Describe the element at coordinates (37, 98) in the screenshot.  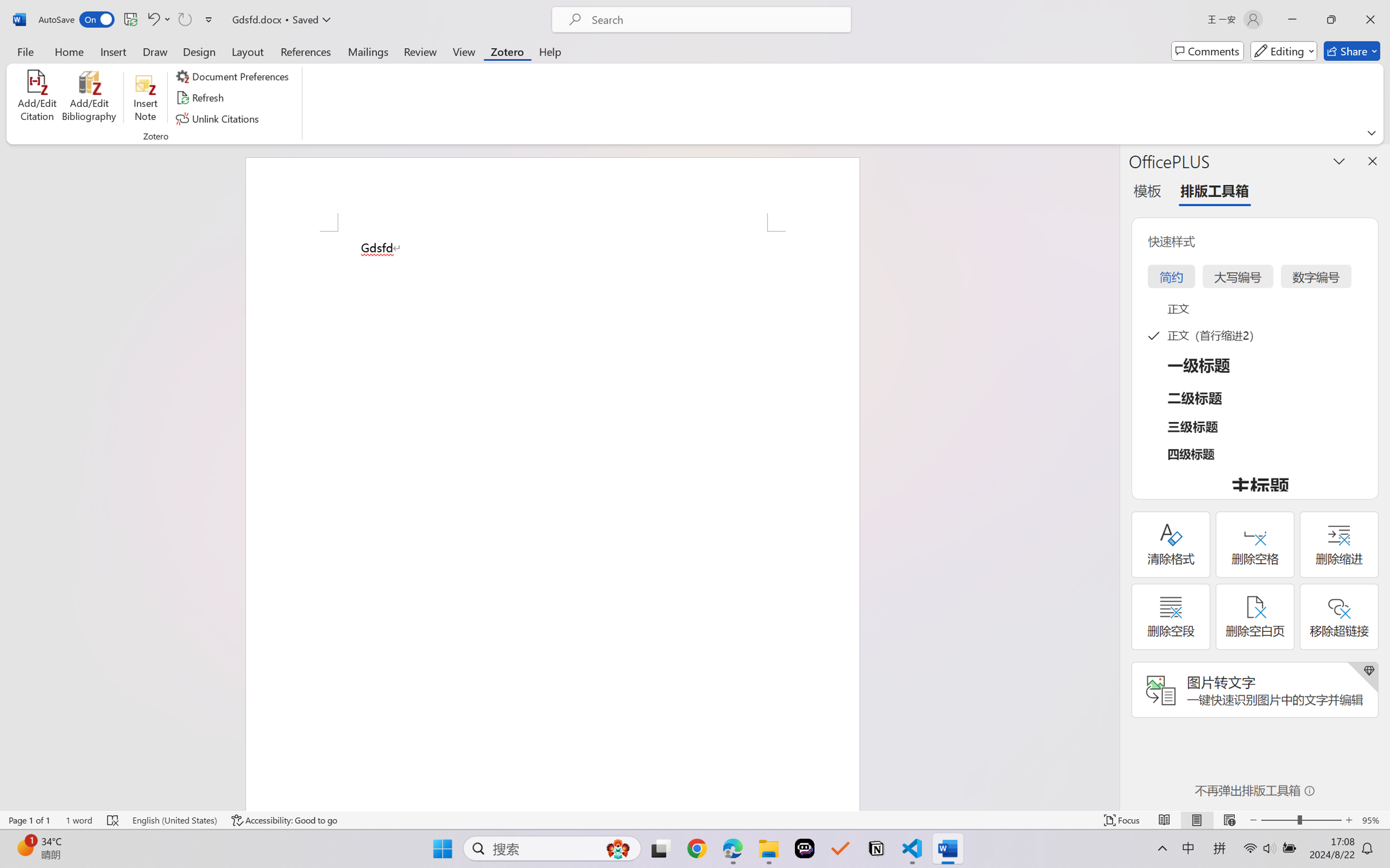
I see `'Add/Edit Citation'` at that location.